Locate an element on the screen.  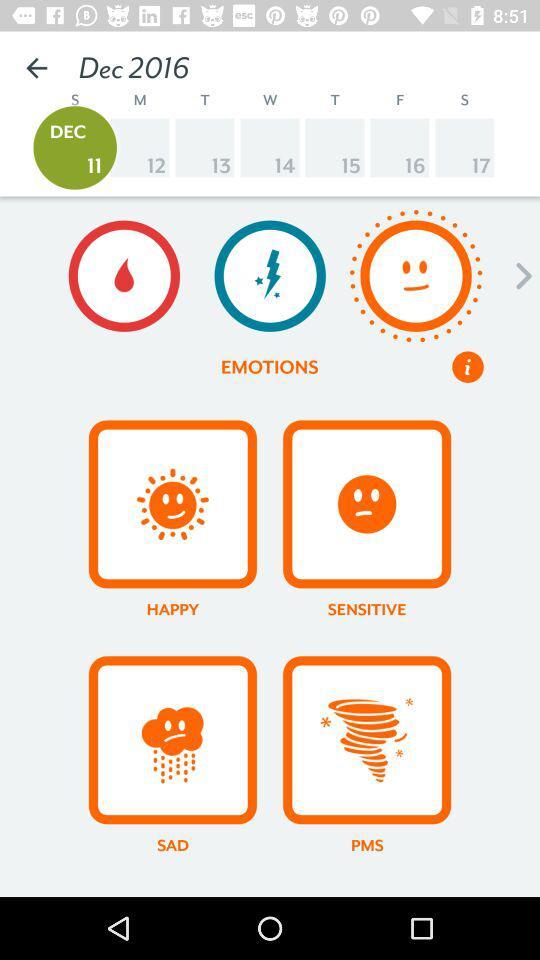
the arrow_forward icon is located at coordinates (518, 275).